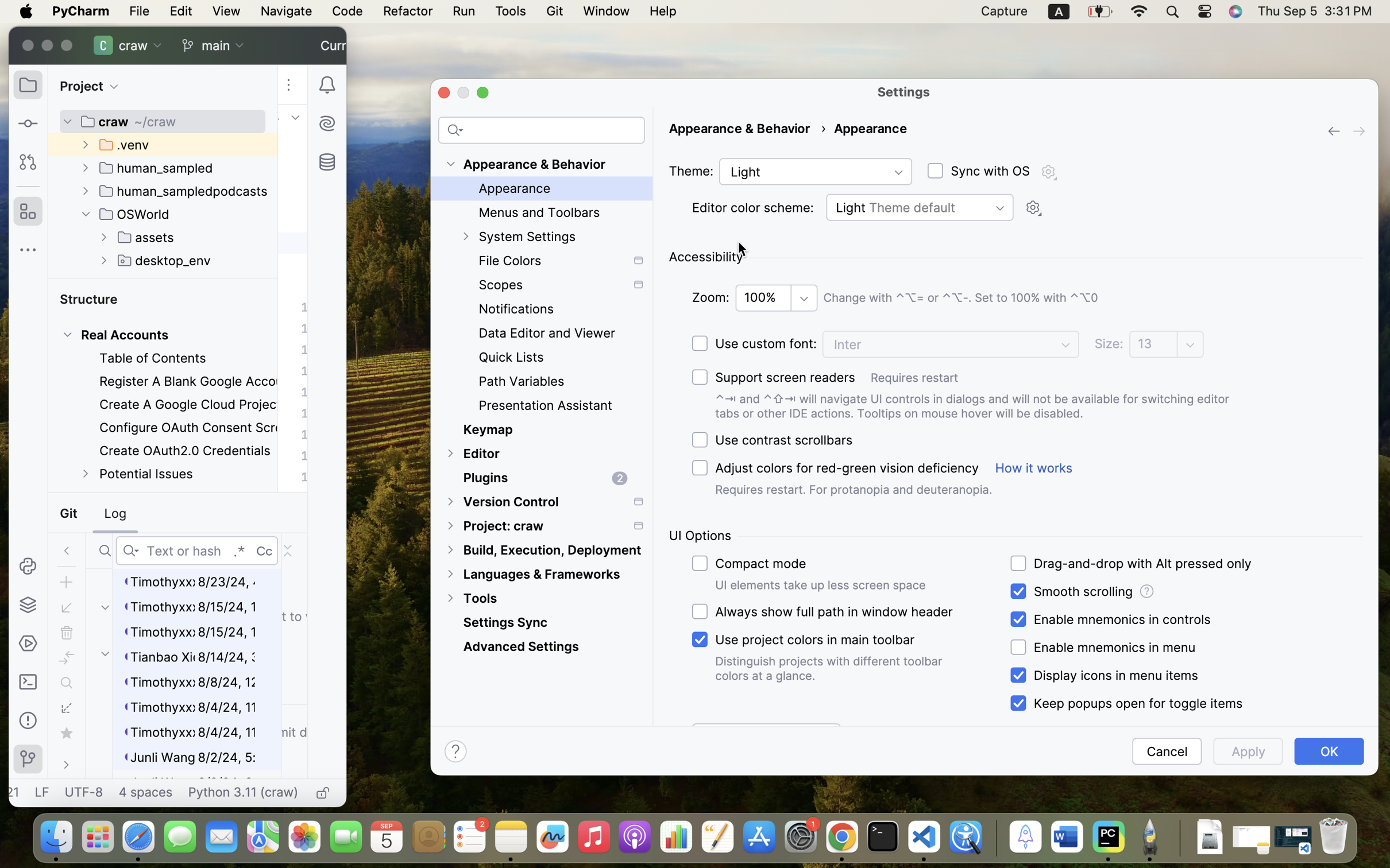 This screenshot has width=1390, height=868. What do you see at coordinates (752, 207) in the screenshot?
I see `'Editor color scheme:'` at bounding box center [752, 207].